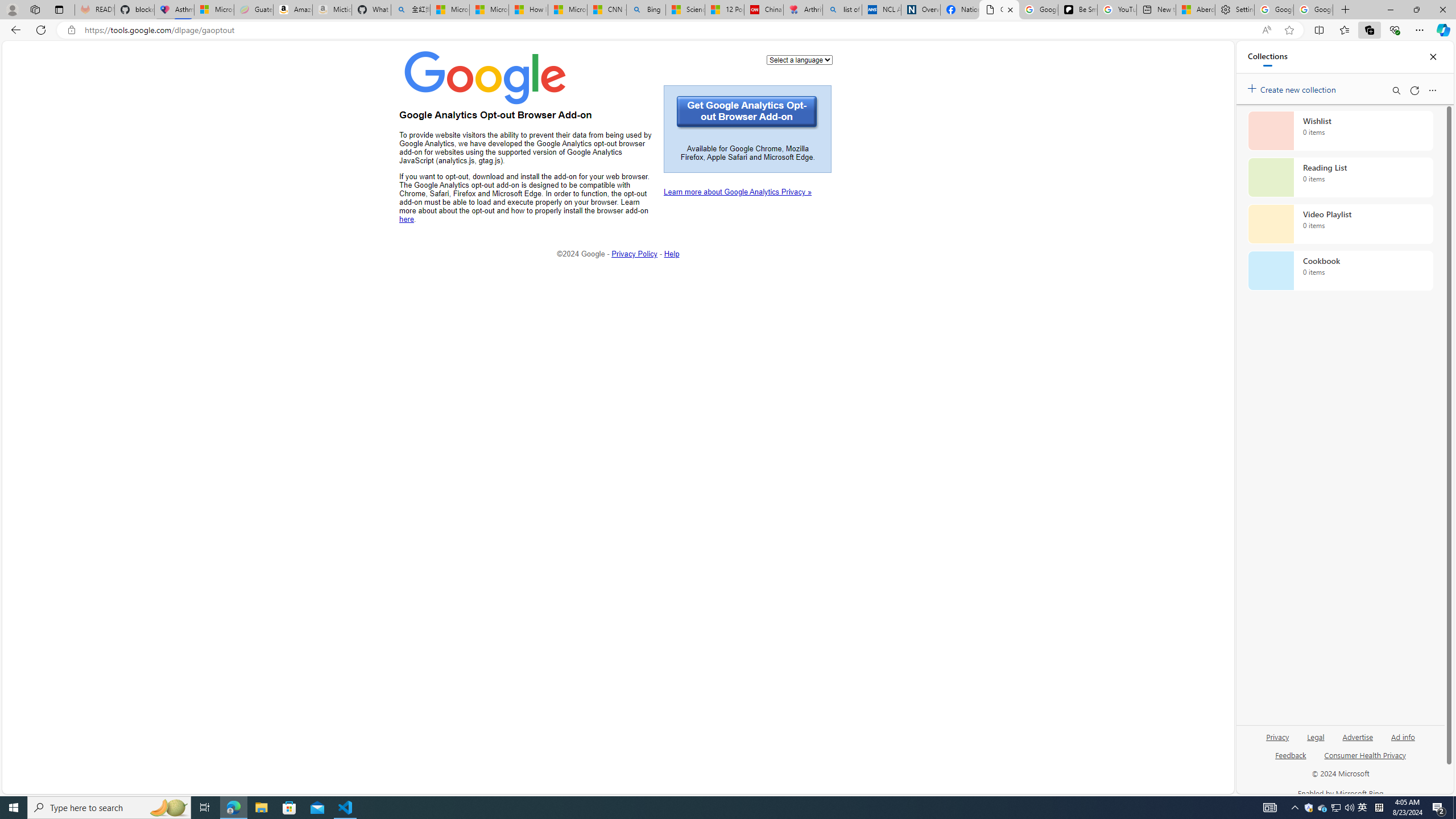 This screenshot has width=1456, height=819. Describe the element at coordinates (213, 9) in the screenshot. I see `'Microsoft-Report a Concern to Bing'` at that location.